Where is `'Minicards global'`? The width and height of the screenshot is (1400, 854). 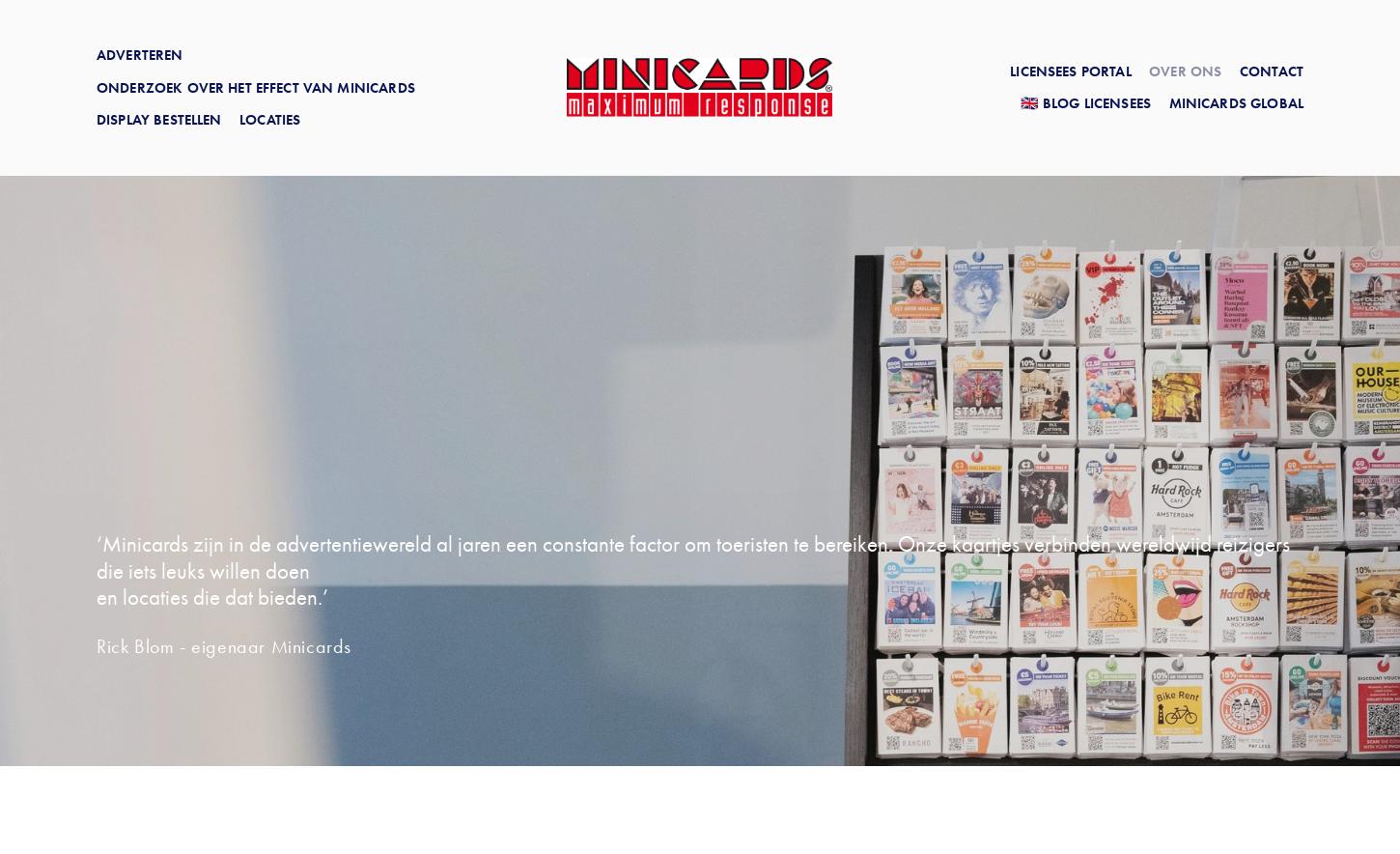
'Minicards global' is located at coordinates (1235, 102).